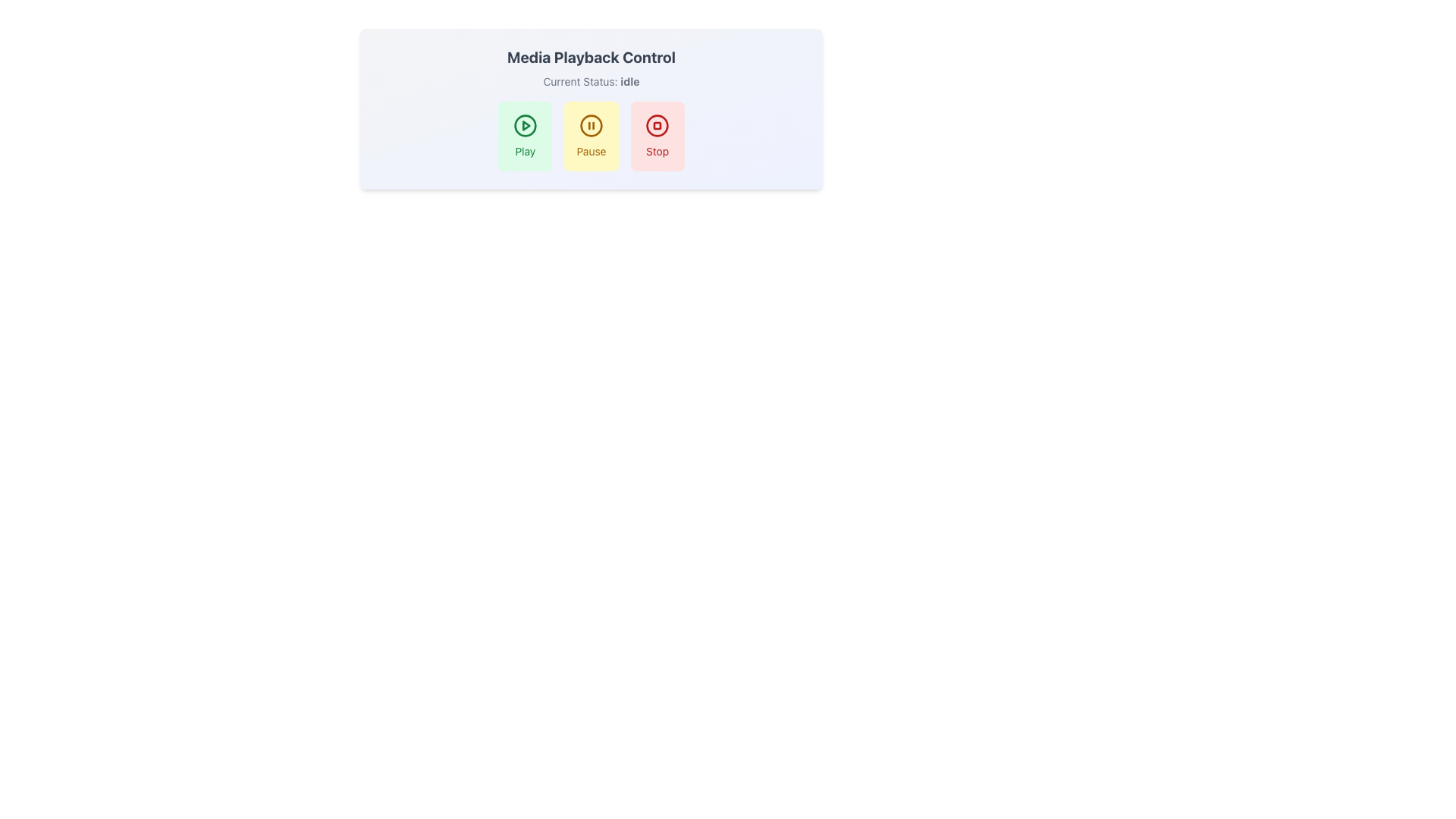 The height and width of the screenshot is (819, 1456). I want to click on the 'Pause' button, which has a yellow background and a bold pause icon, so click(590, 136).